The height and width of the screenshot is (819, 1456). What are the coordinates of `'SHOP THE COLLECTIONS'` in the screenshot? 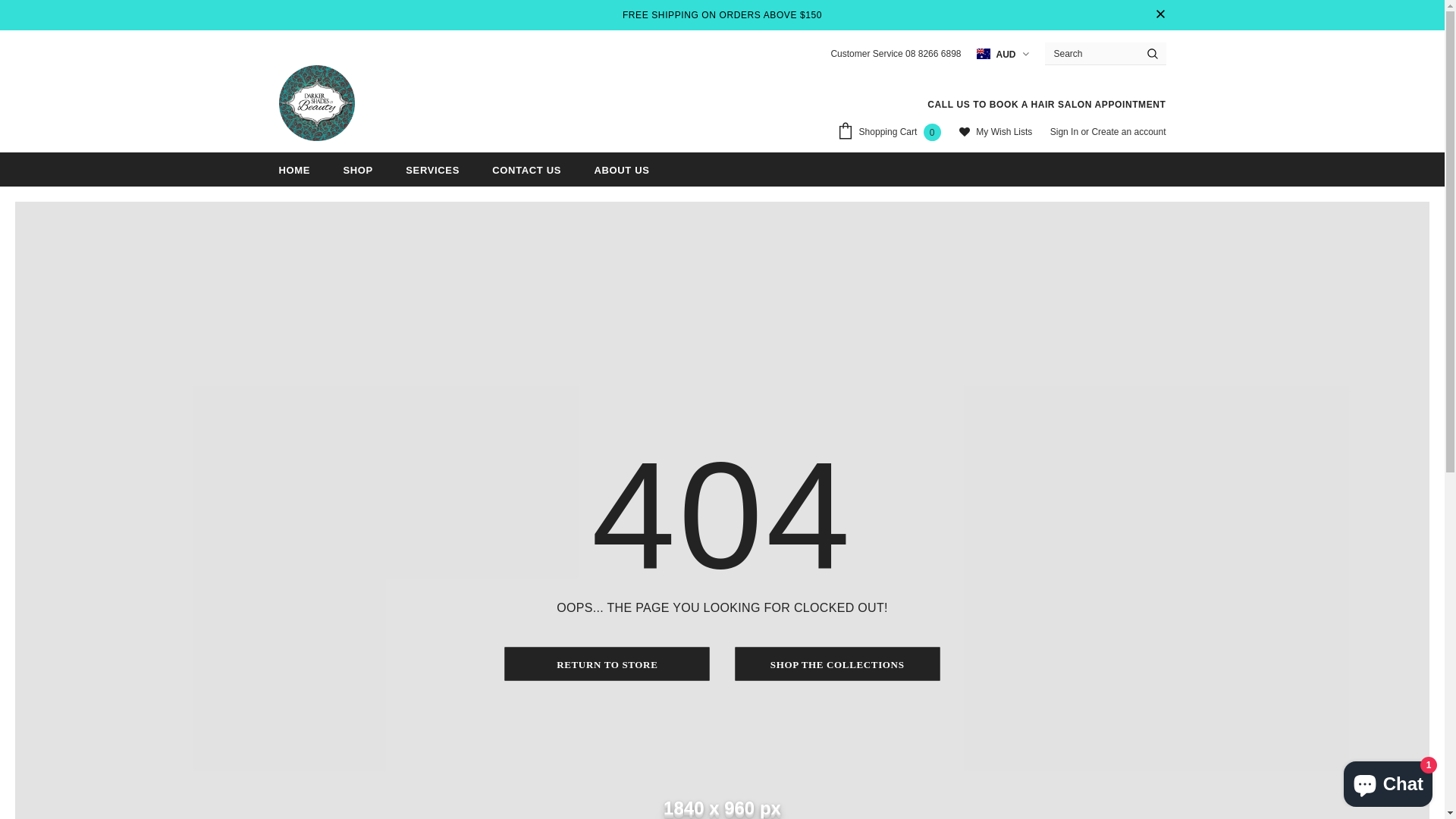 It's located at (836, 663).